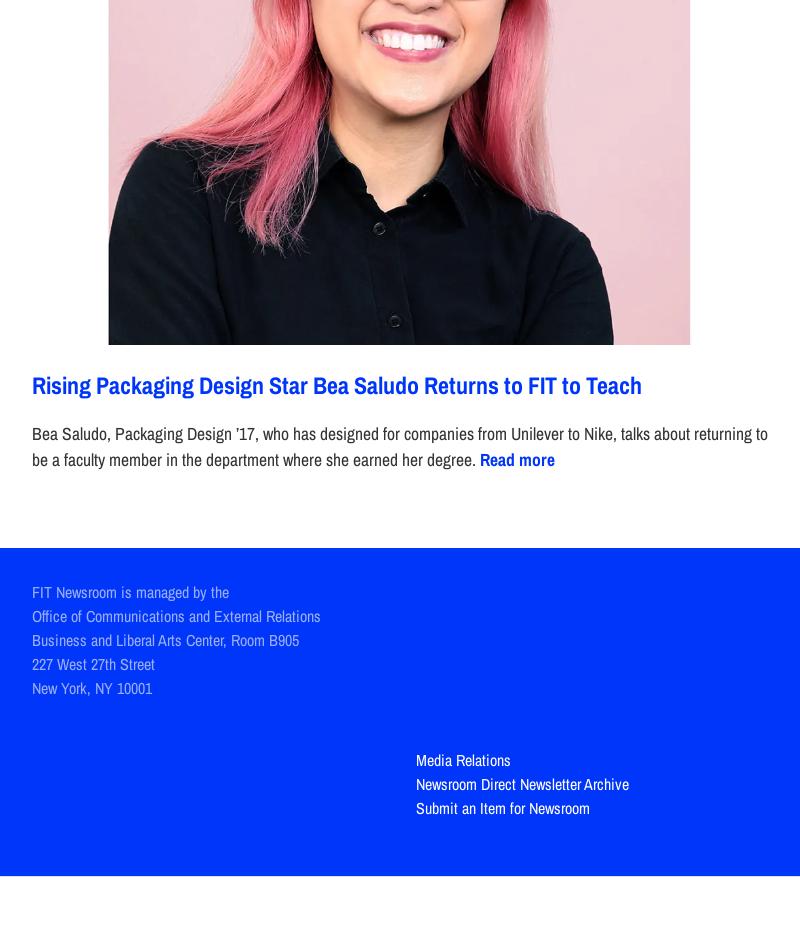 This screenshot has width=800, height=929. I want to click on 'Bea Saludo, Packaging Design ’17, who has designed for companies from Unilever to Nike, talks about returning to be a faculty member in the department where she earned her degree.', so click(400, 445).